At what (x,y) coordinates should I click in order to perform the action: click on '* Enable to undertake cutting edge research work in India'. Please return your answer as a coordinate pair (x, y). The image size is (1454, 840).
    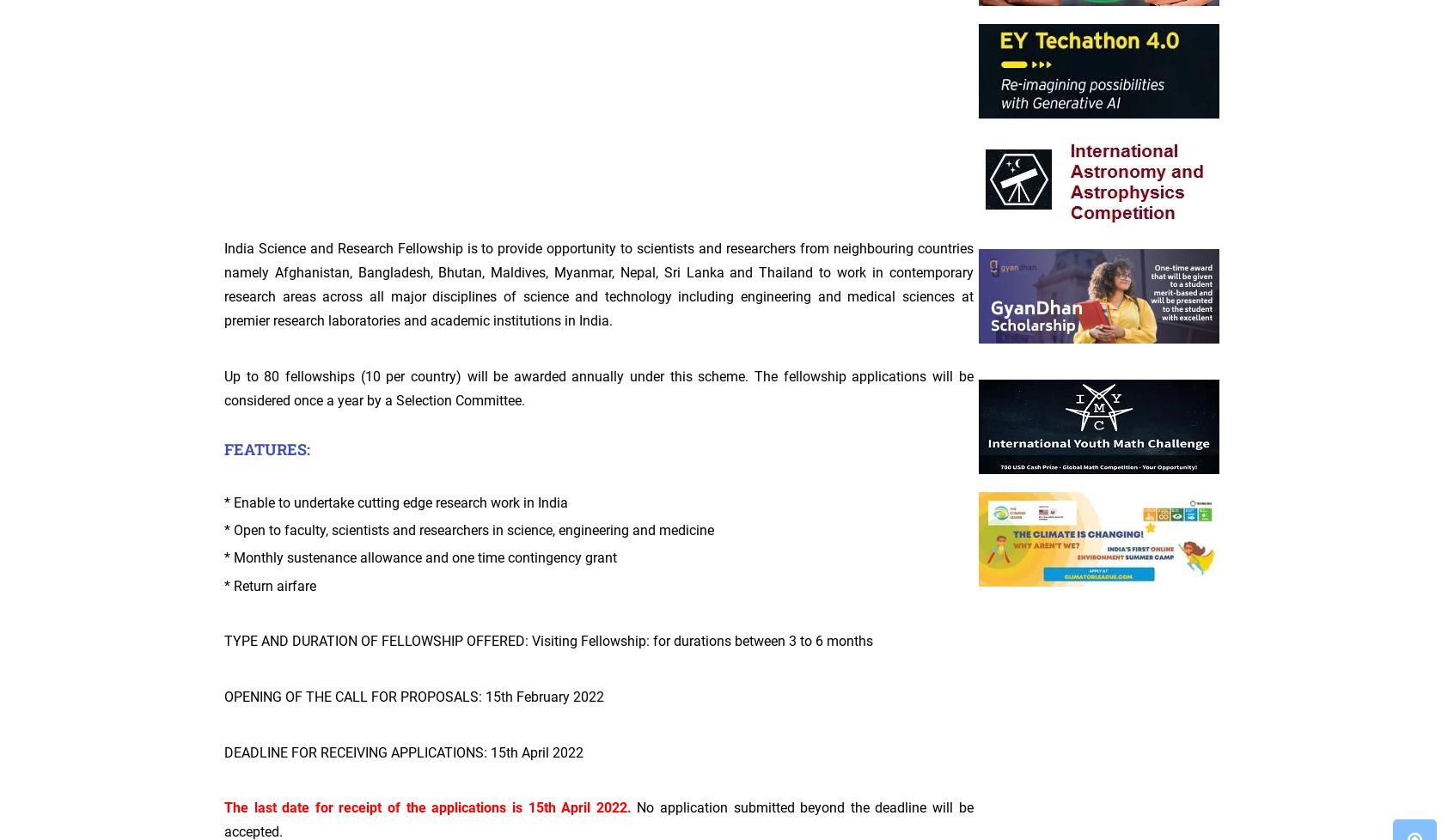
    Looking at the image, I should click on (395, 502).